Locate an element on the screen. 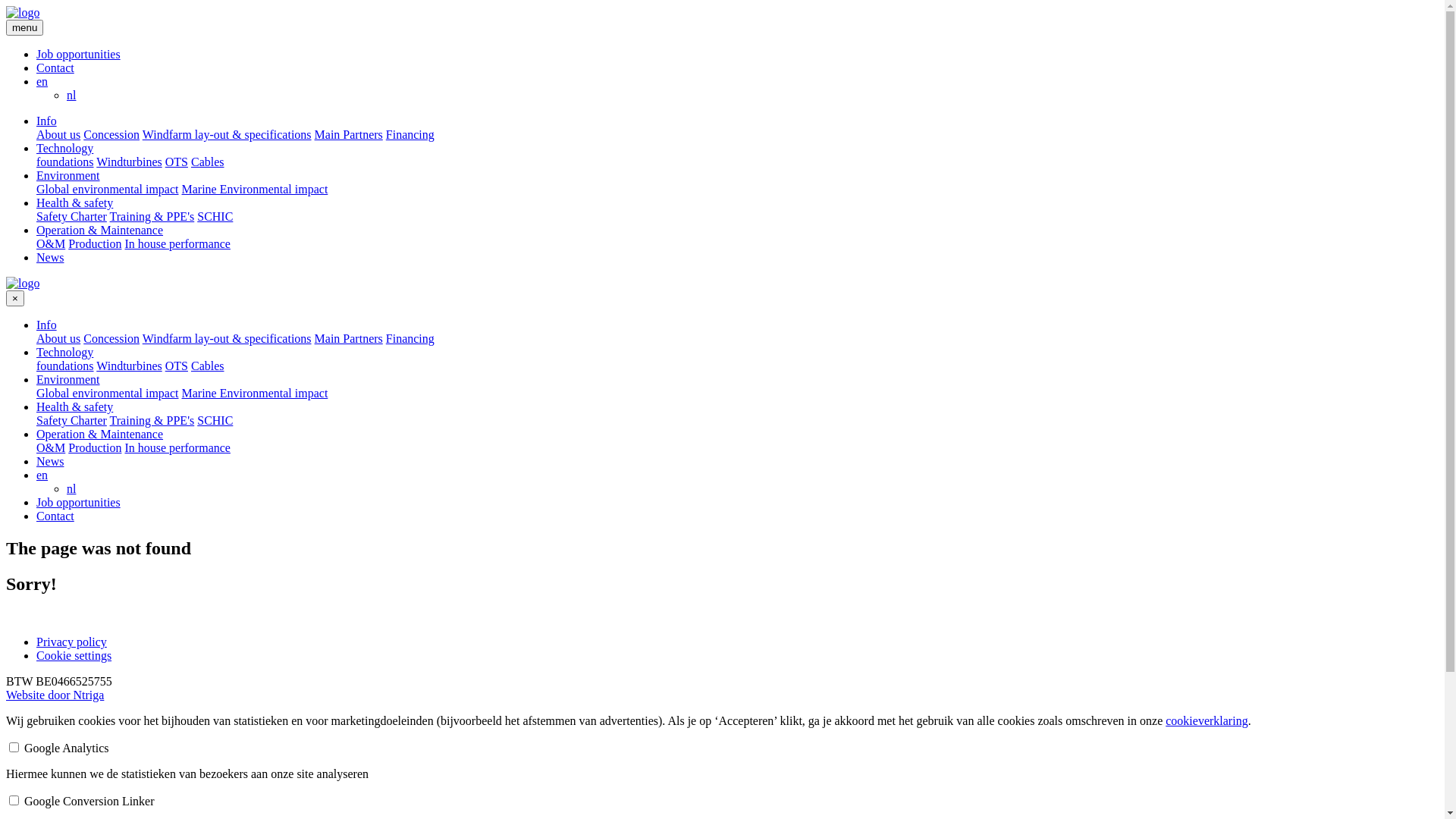  'OTS' is located at coordinates (177, 162).